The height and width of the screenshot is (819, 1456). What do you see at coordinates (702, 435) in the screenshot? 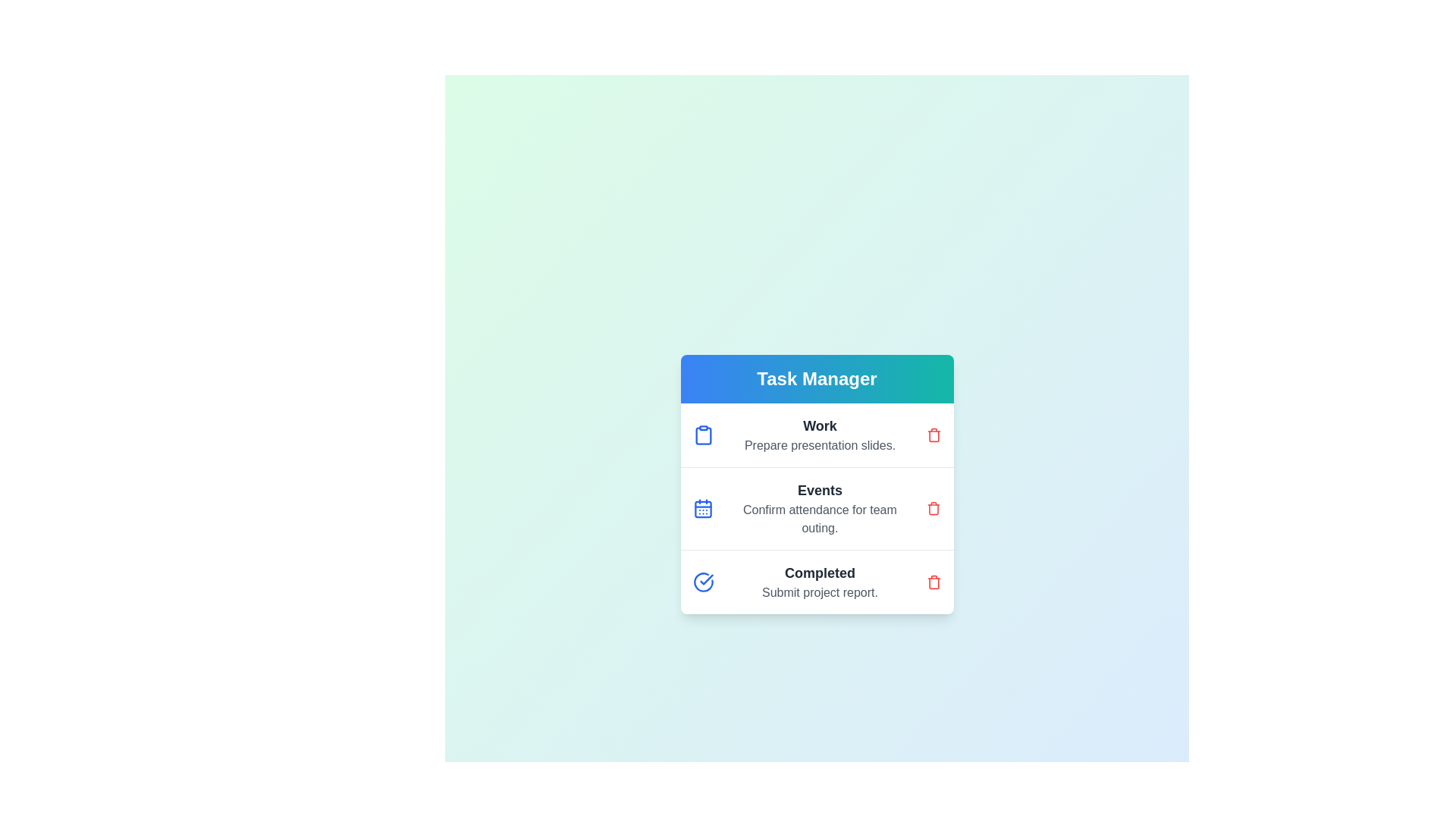
I see `the task icon clipboard to interact with it` at bounding box center [702, 435].